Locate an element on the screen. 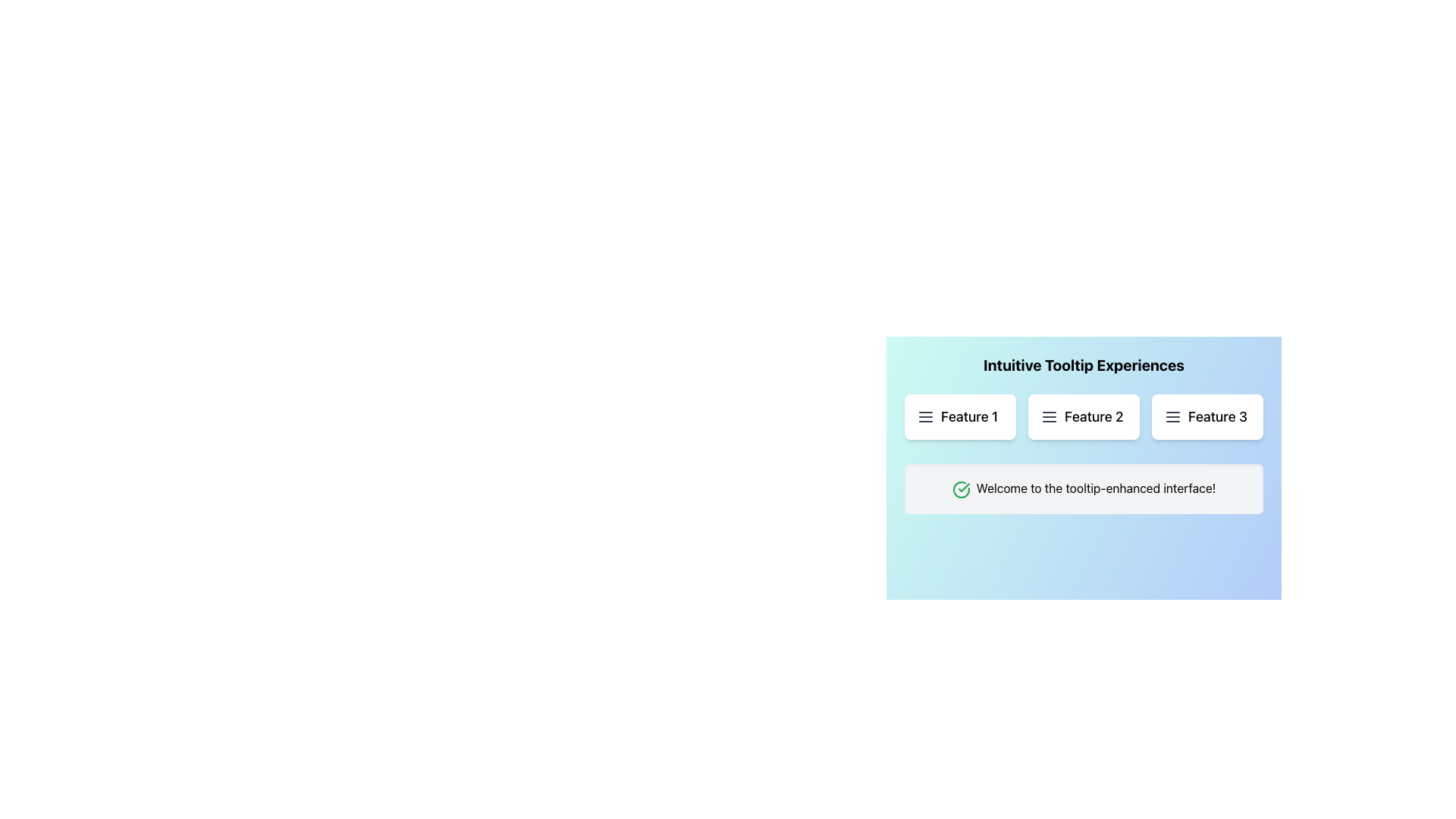 This screenshot has height=819, width=1456. the static message box displaying a welcoming message, positioned beneath the feature row labeled 'Feature 1', 'Feature 2', and 'Feature 3' is located at coordinates (1083, 488).